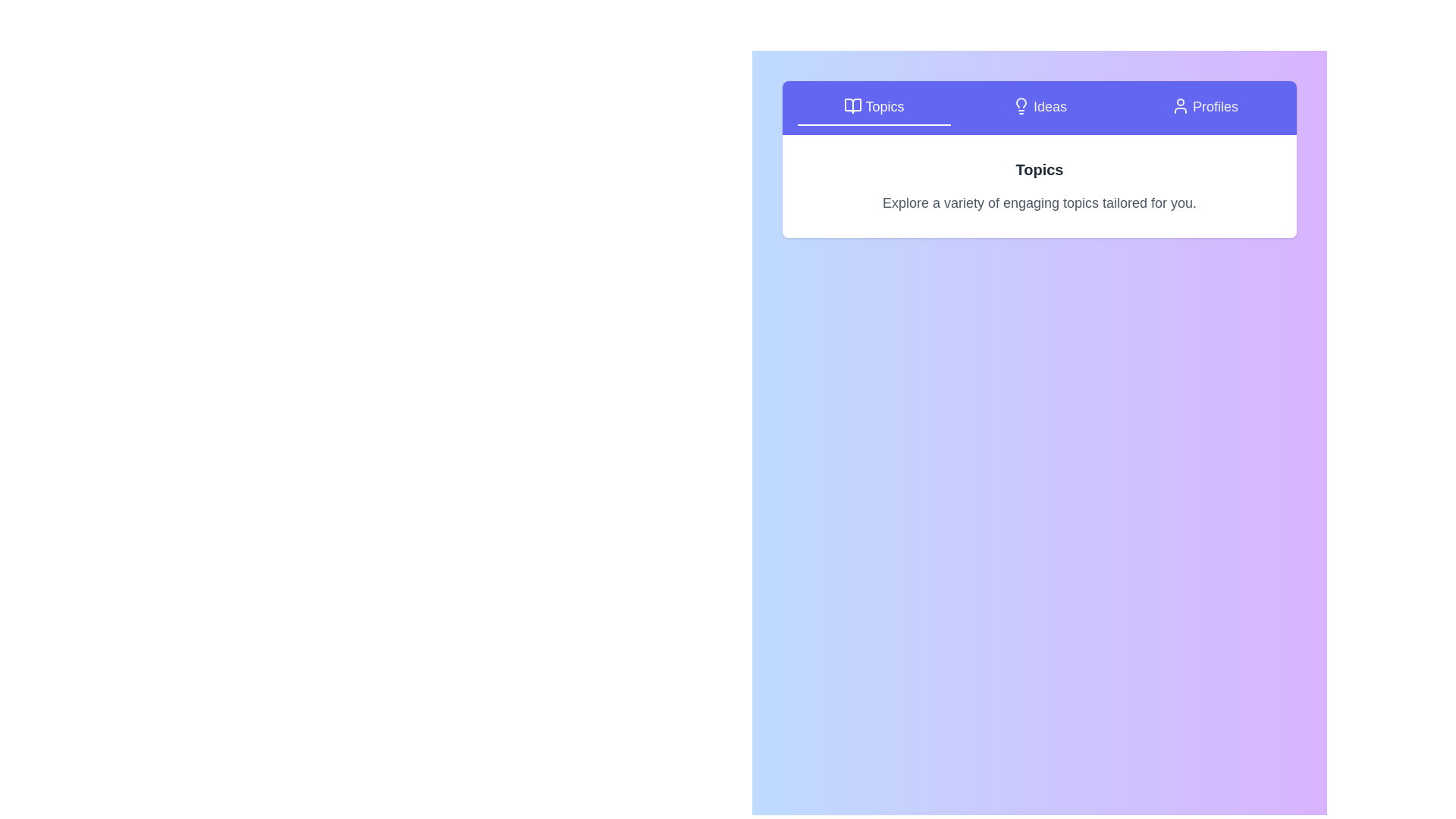  What do you see at coordinates (874, 107) in the screenshot?
I see `the Topics tab to inspect its content` at bounding box center [874, 107].